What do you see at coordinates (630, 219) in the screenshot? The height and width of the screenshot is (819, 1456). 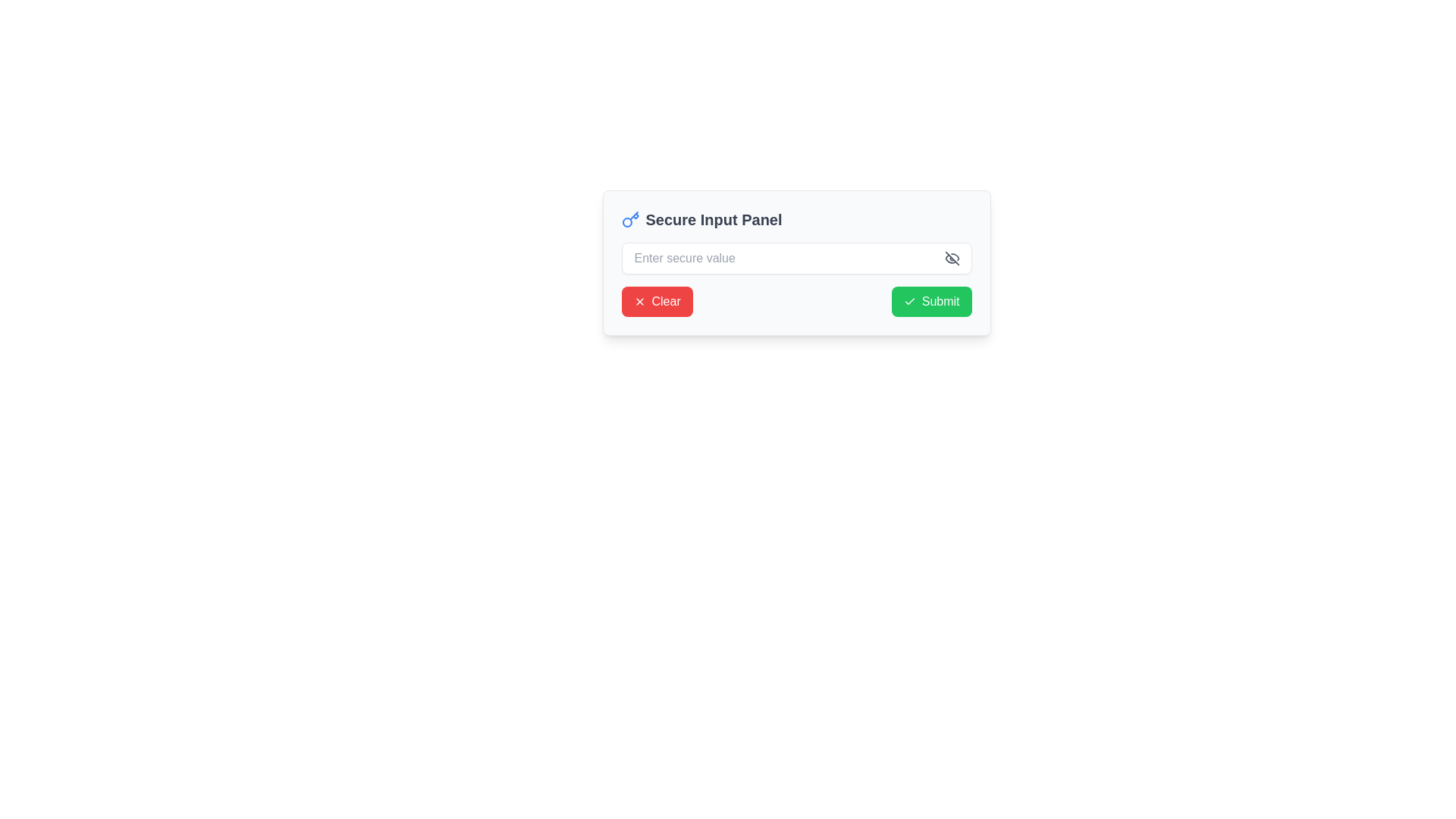 I see `the blue key icon with a circular structure located in the 'Secure Input Panel' header section, adjacent to the 'Secure Input Panel' text label` at bounding box center [630, 219].